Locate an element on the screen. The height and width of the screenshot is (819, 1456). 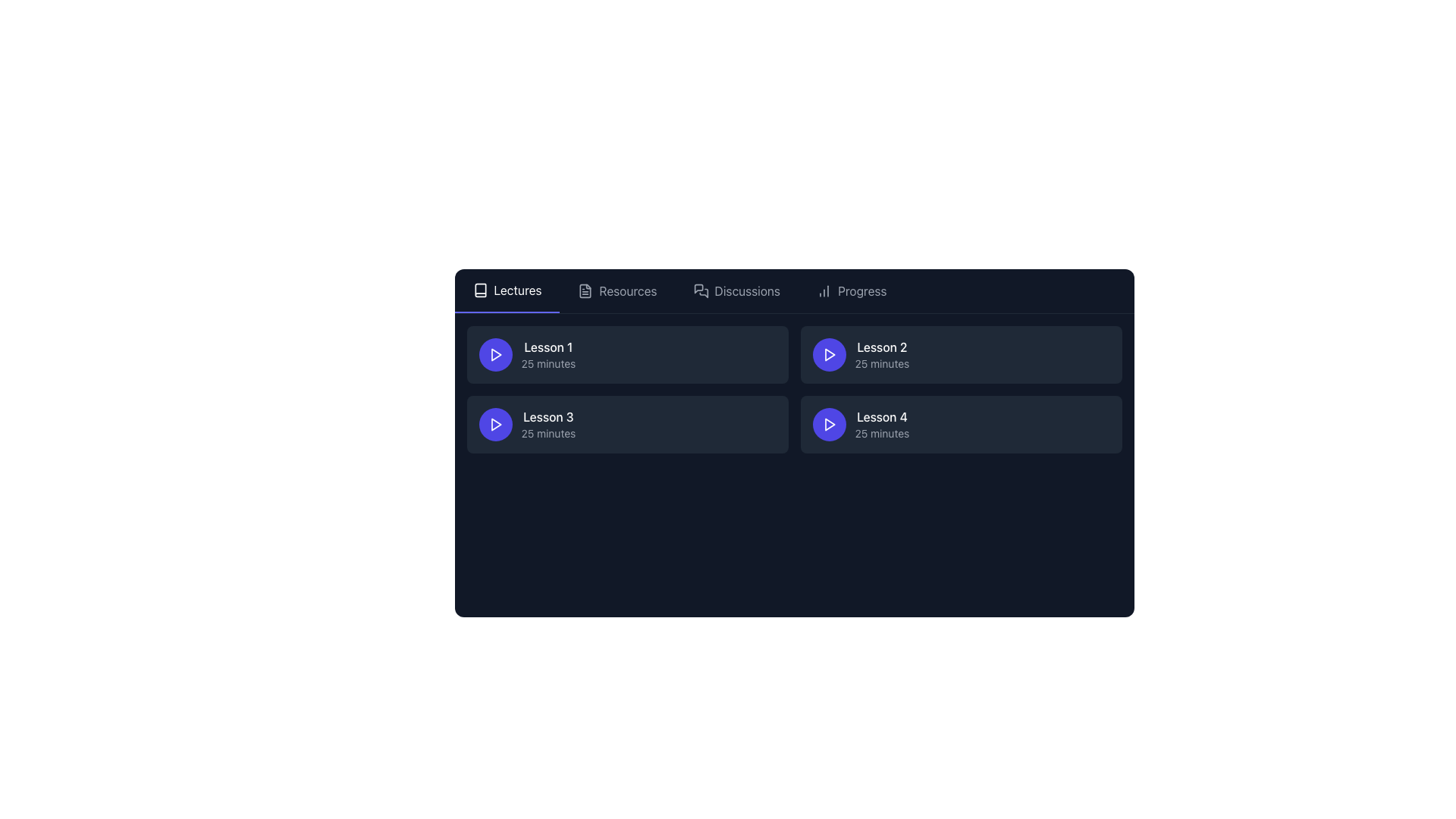
the 'Resources' tab, which is the second tab in the horizontal list, located to the right of the 'Lectures' tab and left of the 'Discussions' tab is located at coordinates (617, 291).